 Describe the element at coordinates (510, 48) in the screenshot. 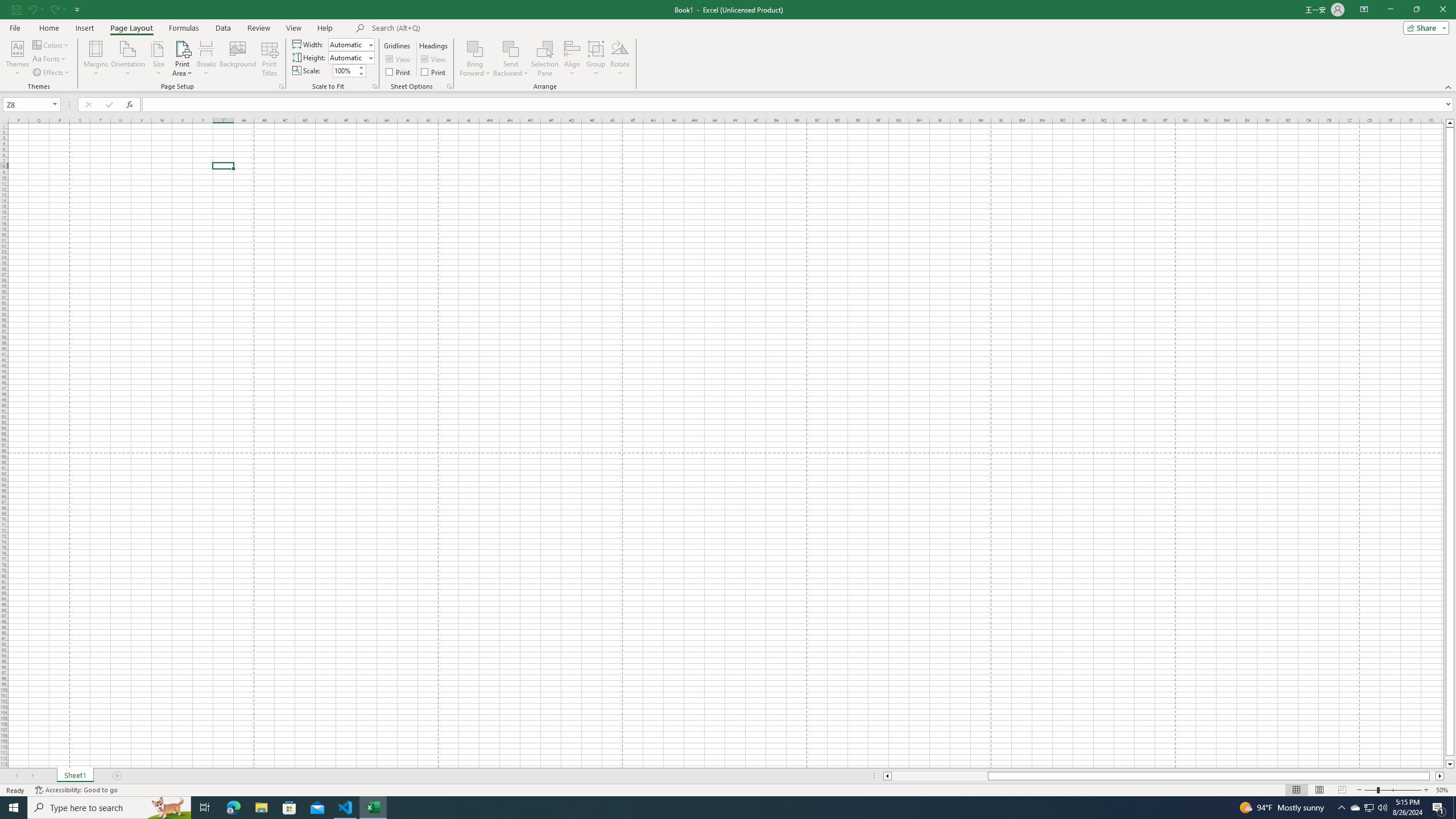

I see `'Send Backward'` at that location.